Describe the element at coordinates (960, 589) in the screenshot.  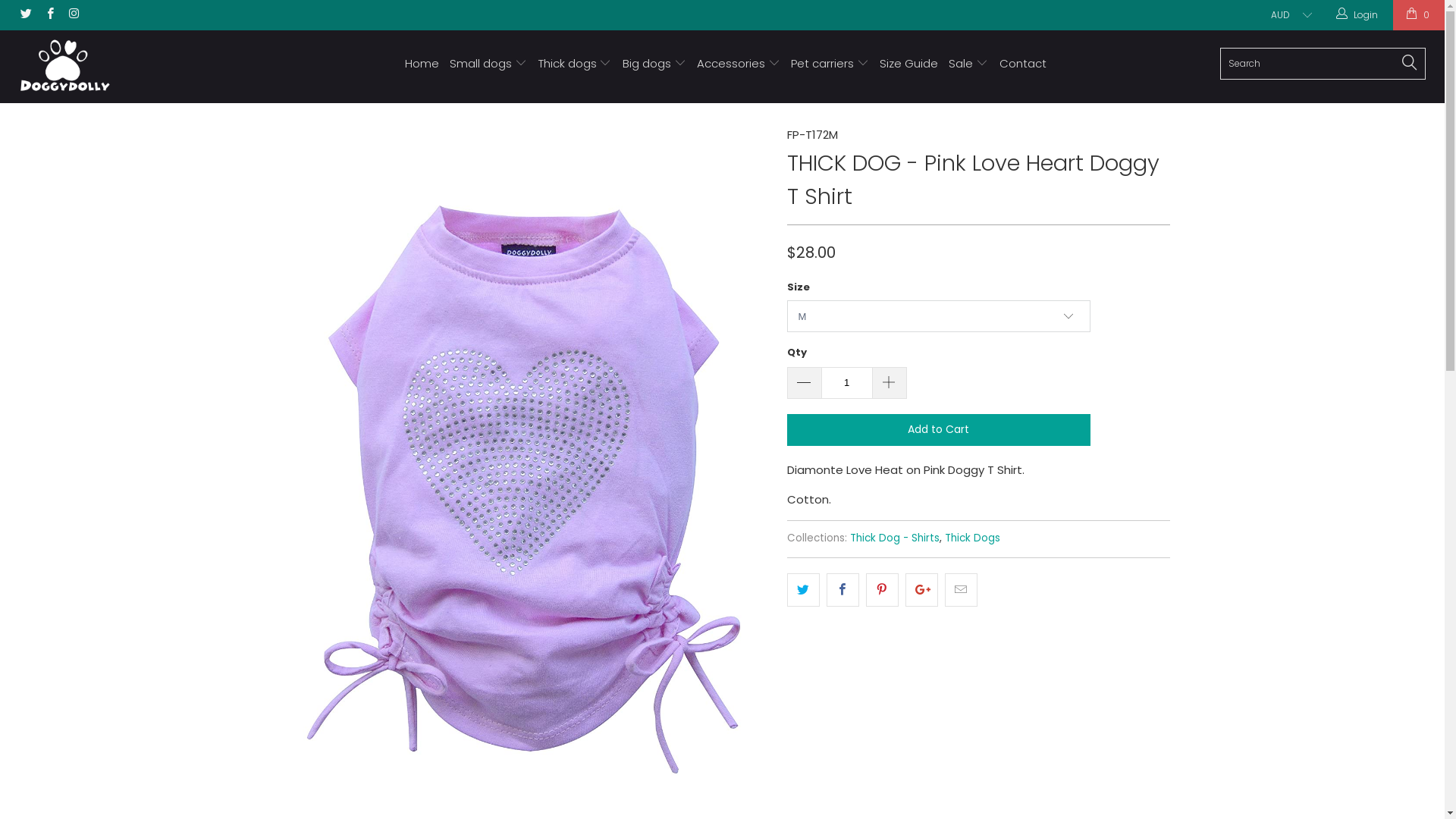
I see `'Email this to a friend'` at that location.